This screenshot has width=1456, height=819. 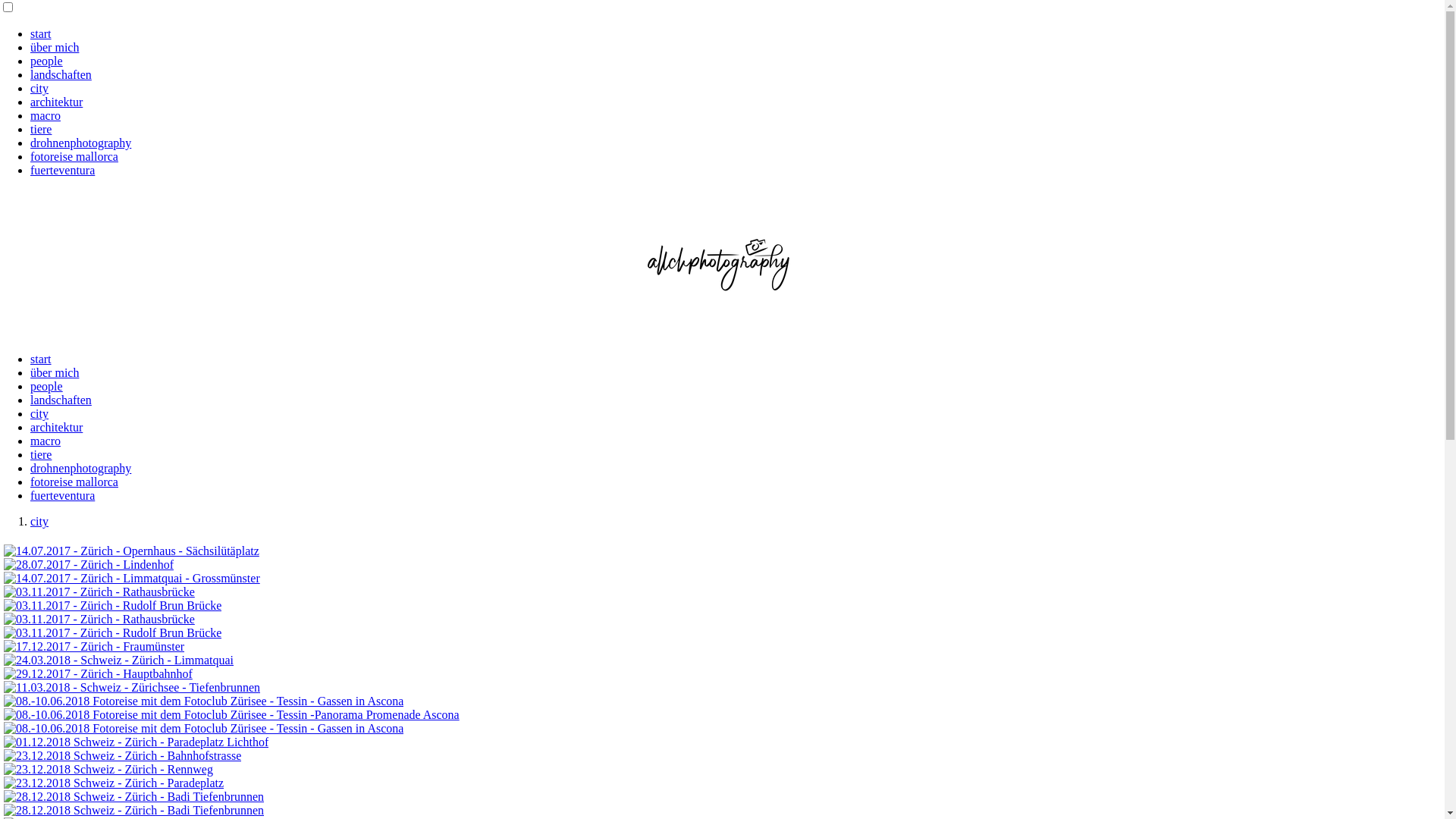 What do you see at coordinates (73, 156) in the screenshot?
I see `'fotoreise mallorca'` at bounding box center [73, 156].